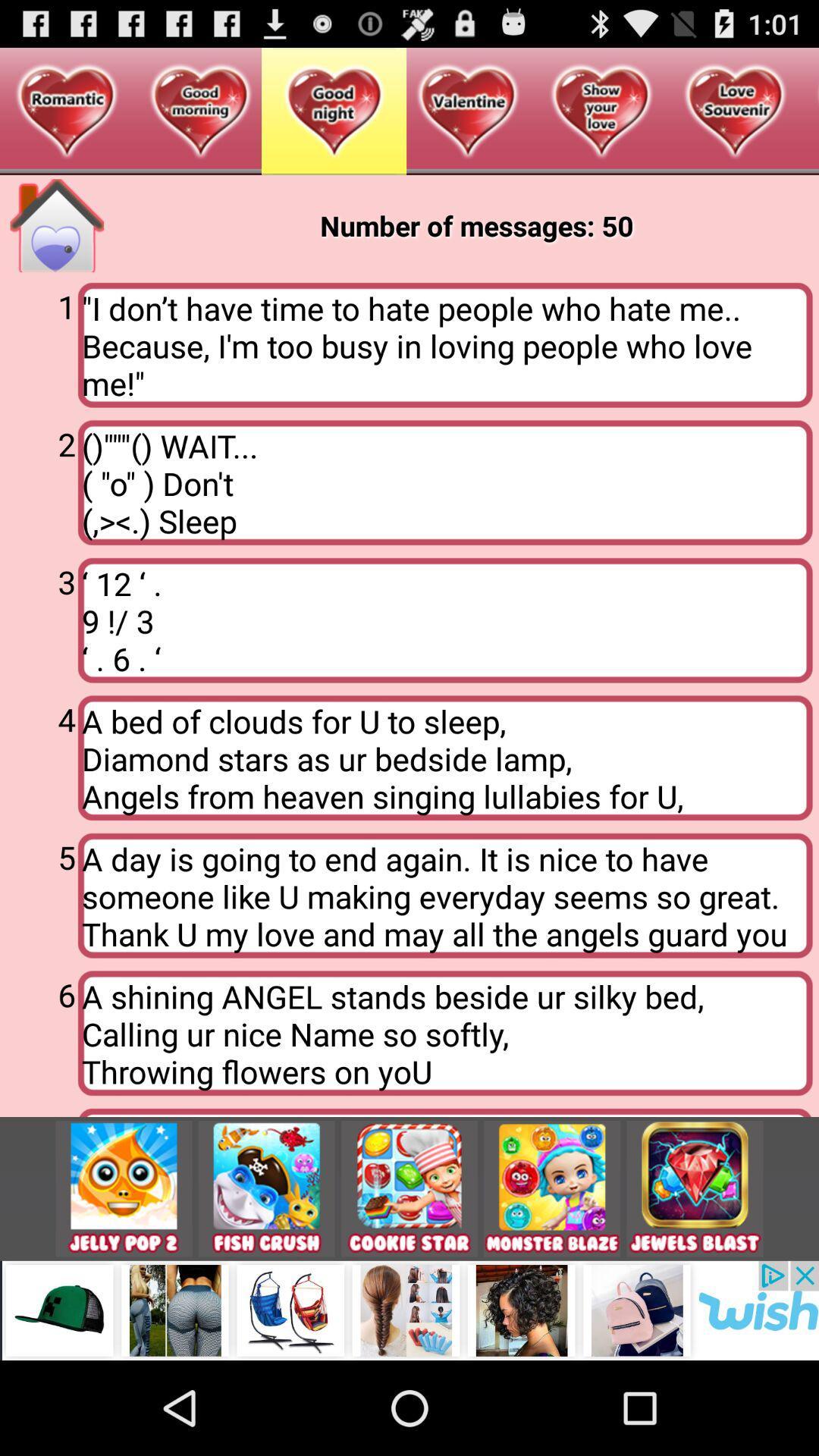 This screenshot has width=819, height=1456. What do you see at coordinates (552, 1272) in the screenshot?
I see `the avatar icon` at bounding box center [552, 1272].